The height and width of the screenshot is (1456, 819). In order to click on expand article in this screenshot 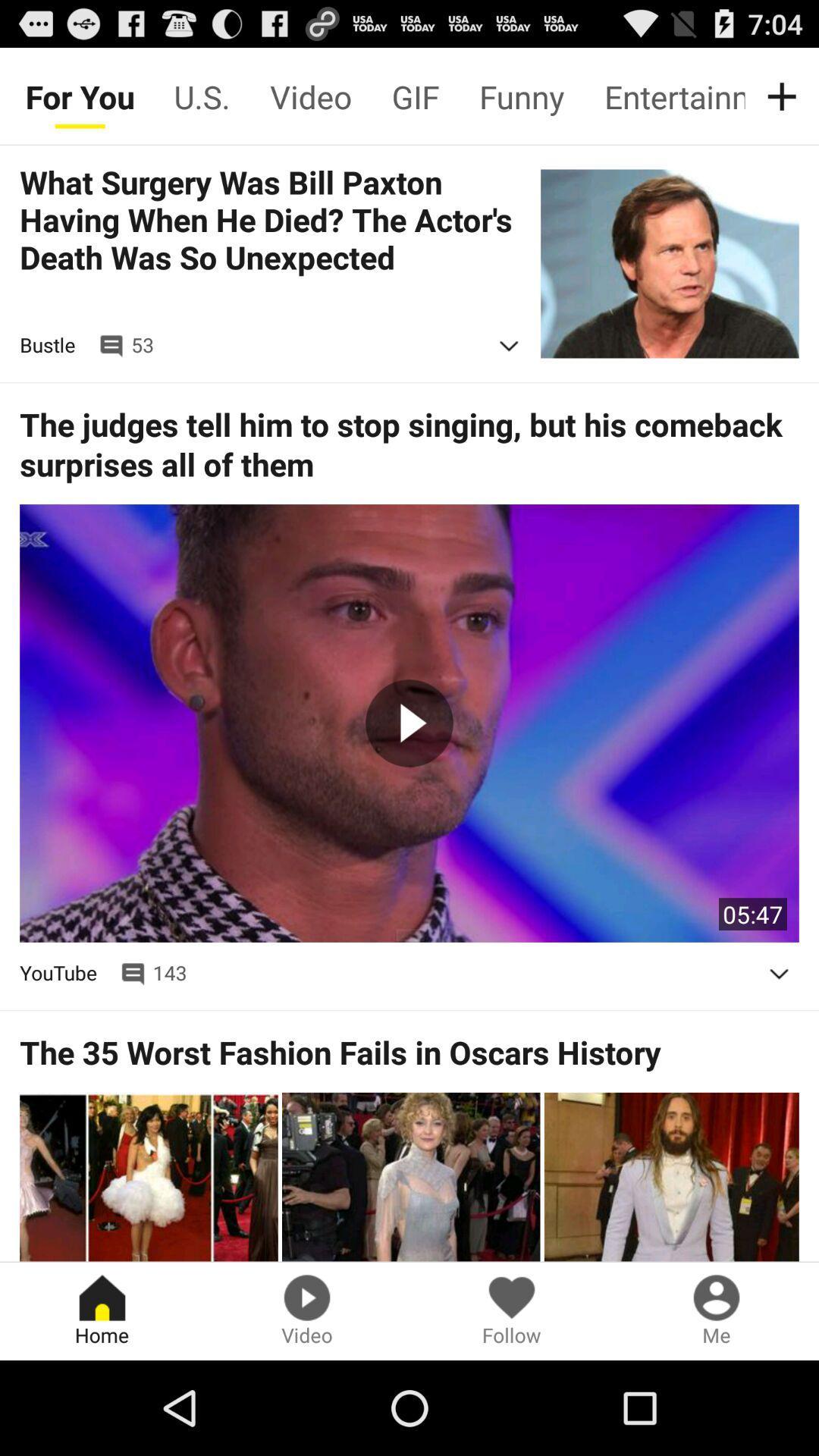, I will do `click(779, 974)`.